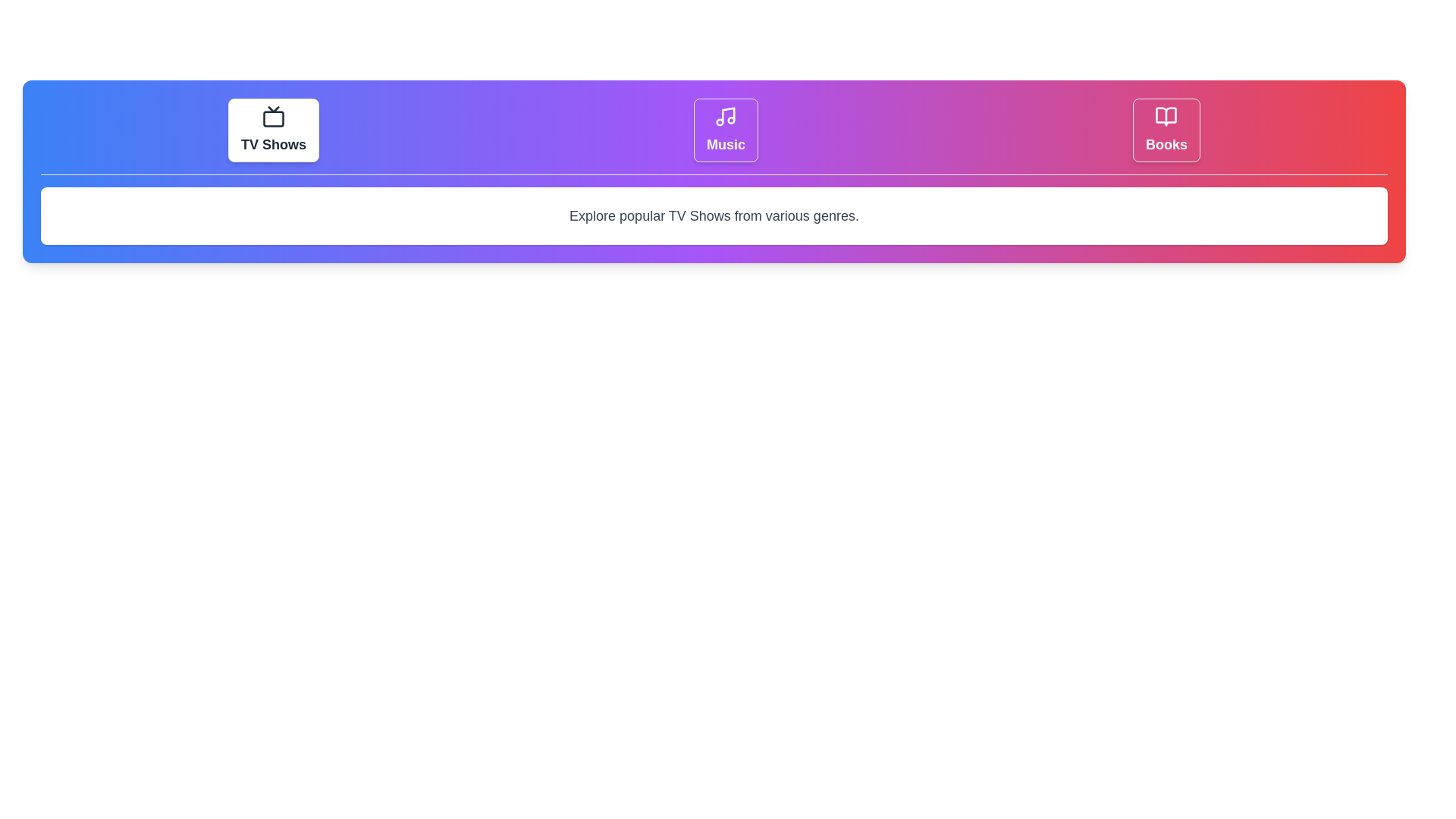 The height and width of the screenshot is (819, 1456). What do you see at coordinates (724, 130) in the screenshot?
I see `the Music tab` at bounding box center [724, 130].